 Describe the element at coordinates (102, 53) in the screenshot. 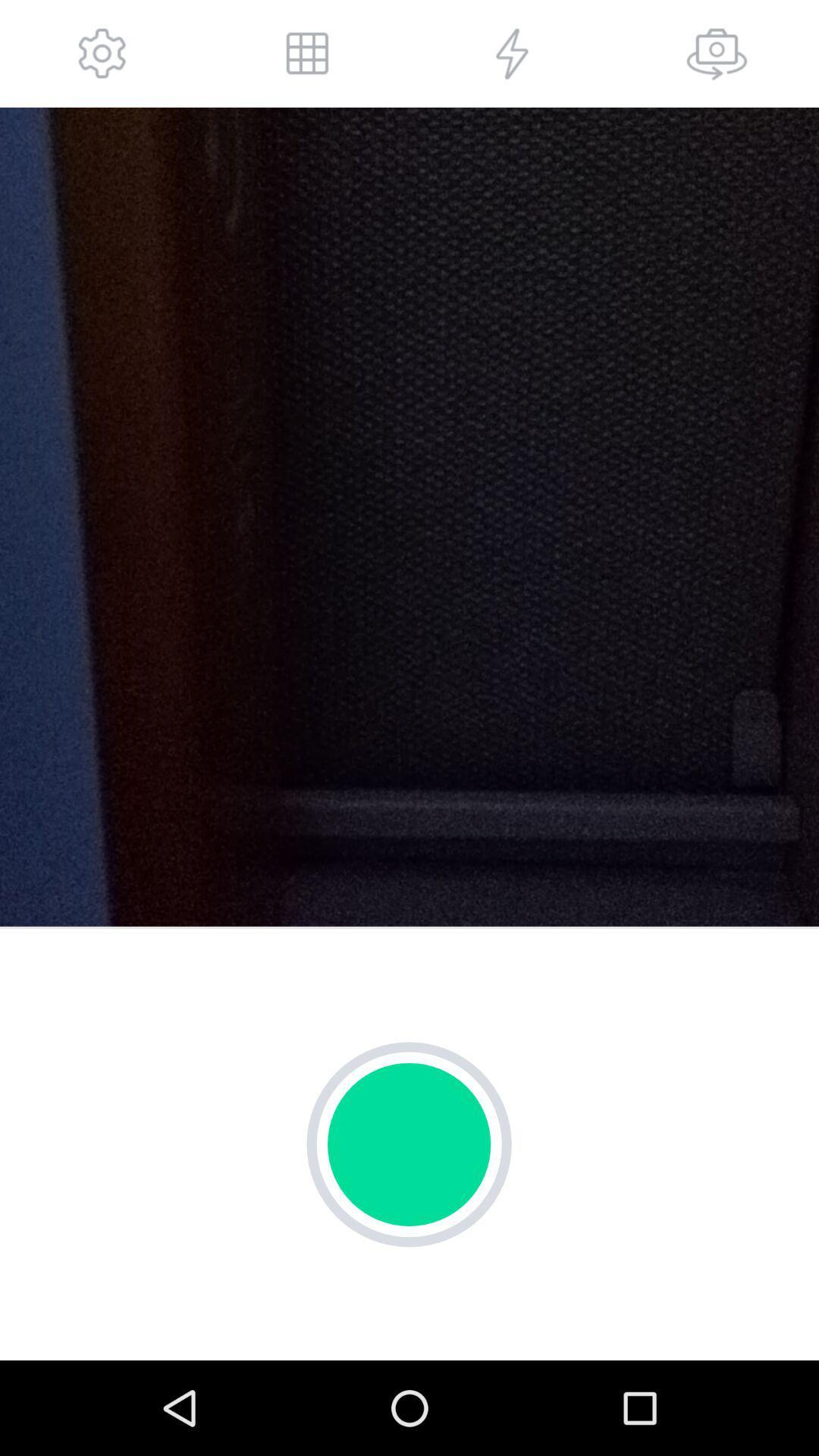

I see `settings` at that location.